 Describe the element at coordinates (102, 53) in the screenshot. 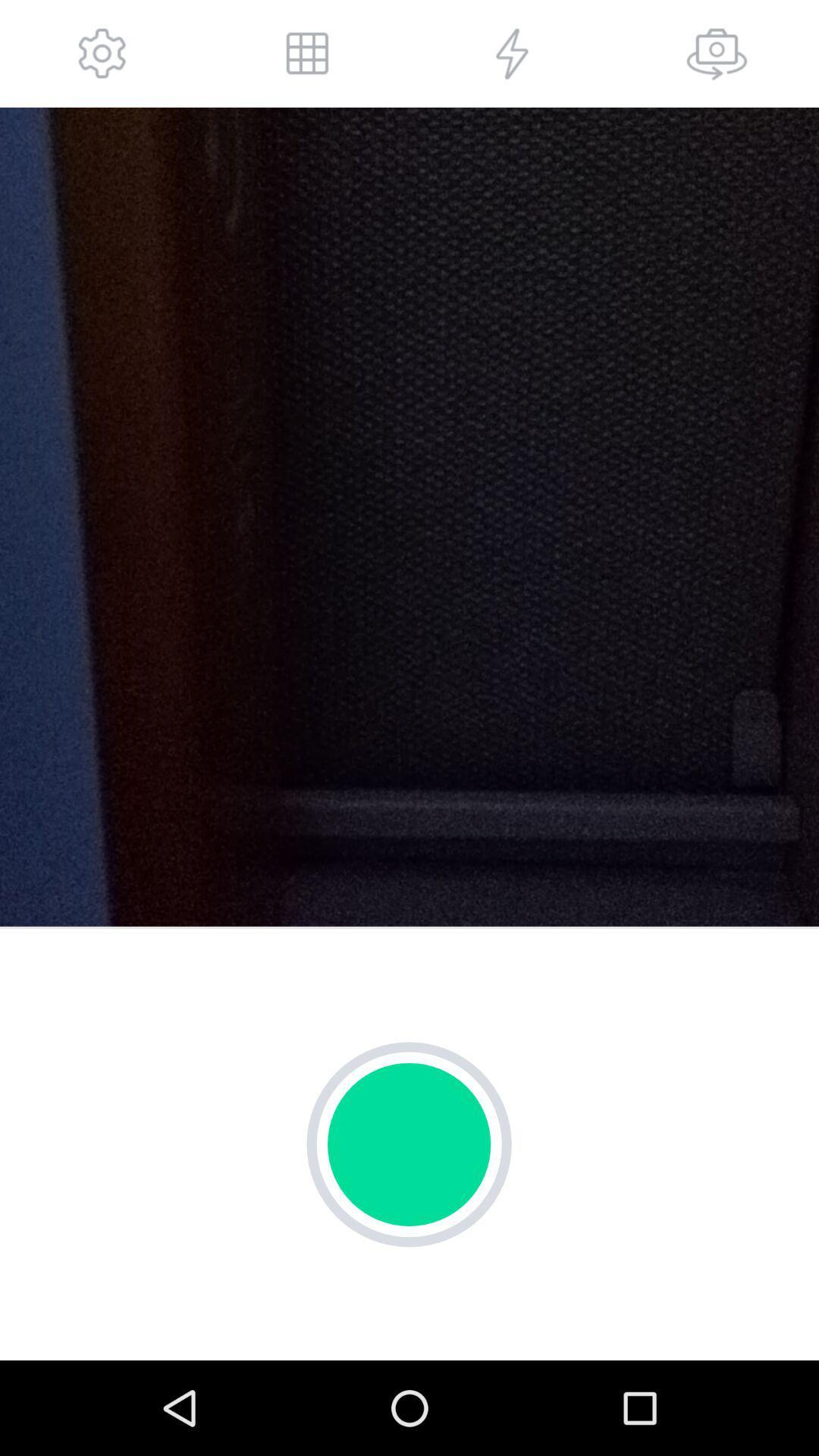

I see `settings` at that location.